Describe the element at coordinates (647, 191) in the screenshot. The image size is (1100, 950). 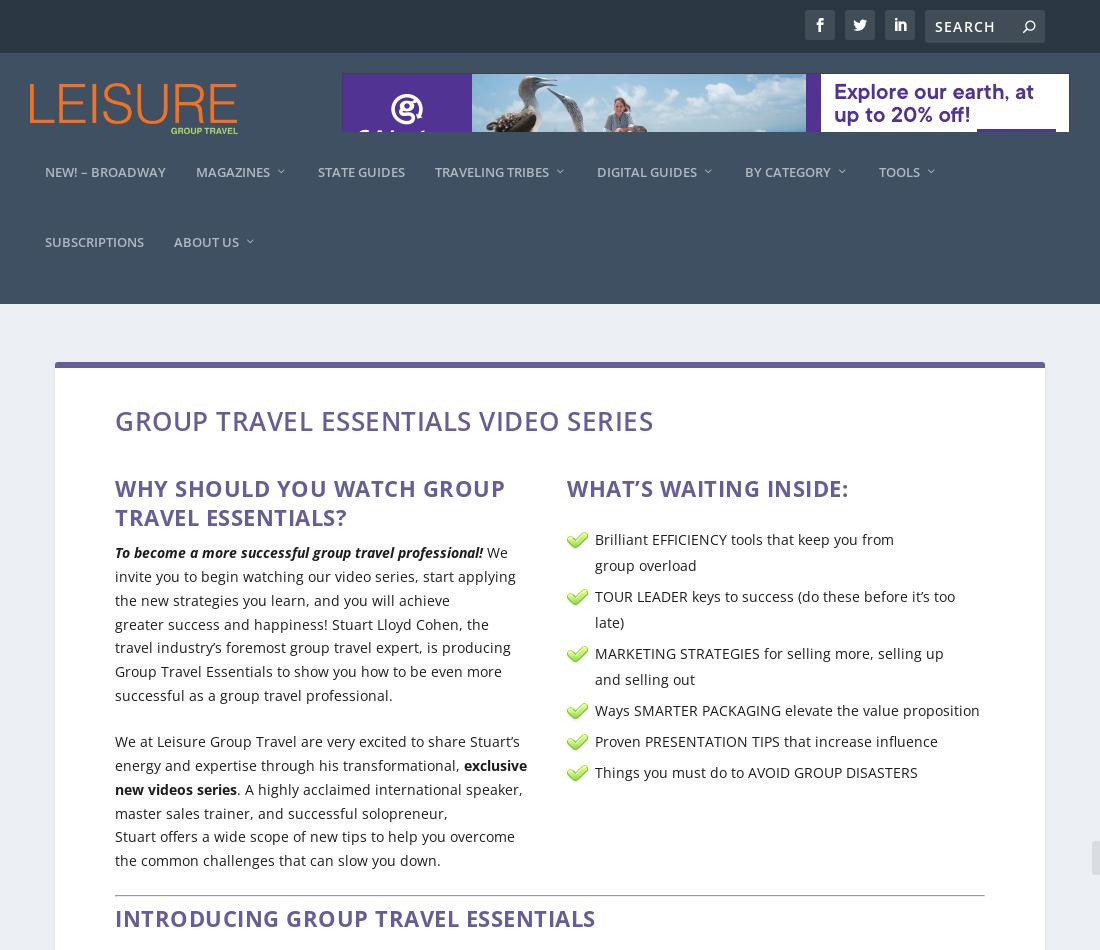
I see `'Digital Guides'` at that location.